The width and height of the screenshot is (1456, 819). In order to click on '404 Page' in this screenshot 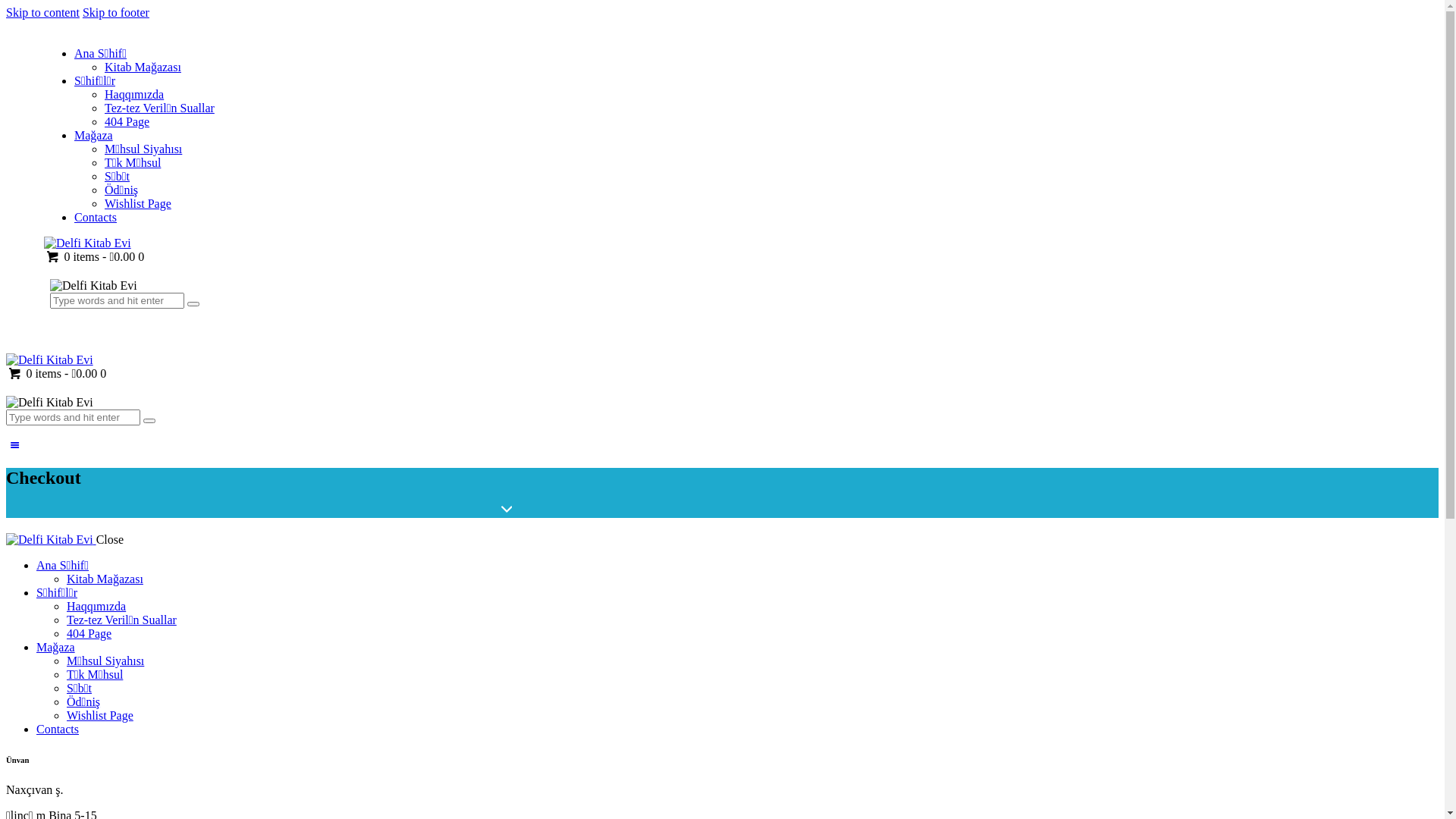, I will do `click(127, 121)`.